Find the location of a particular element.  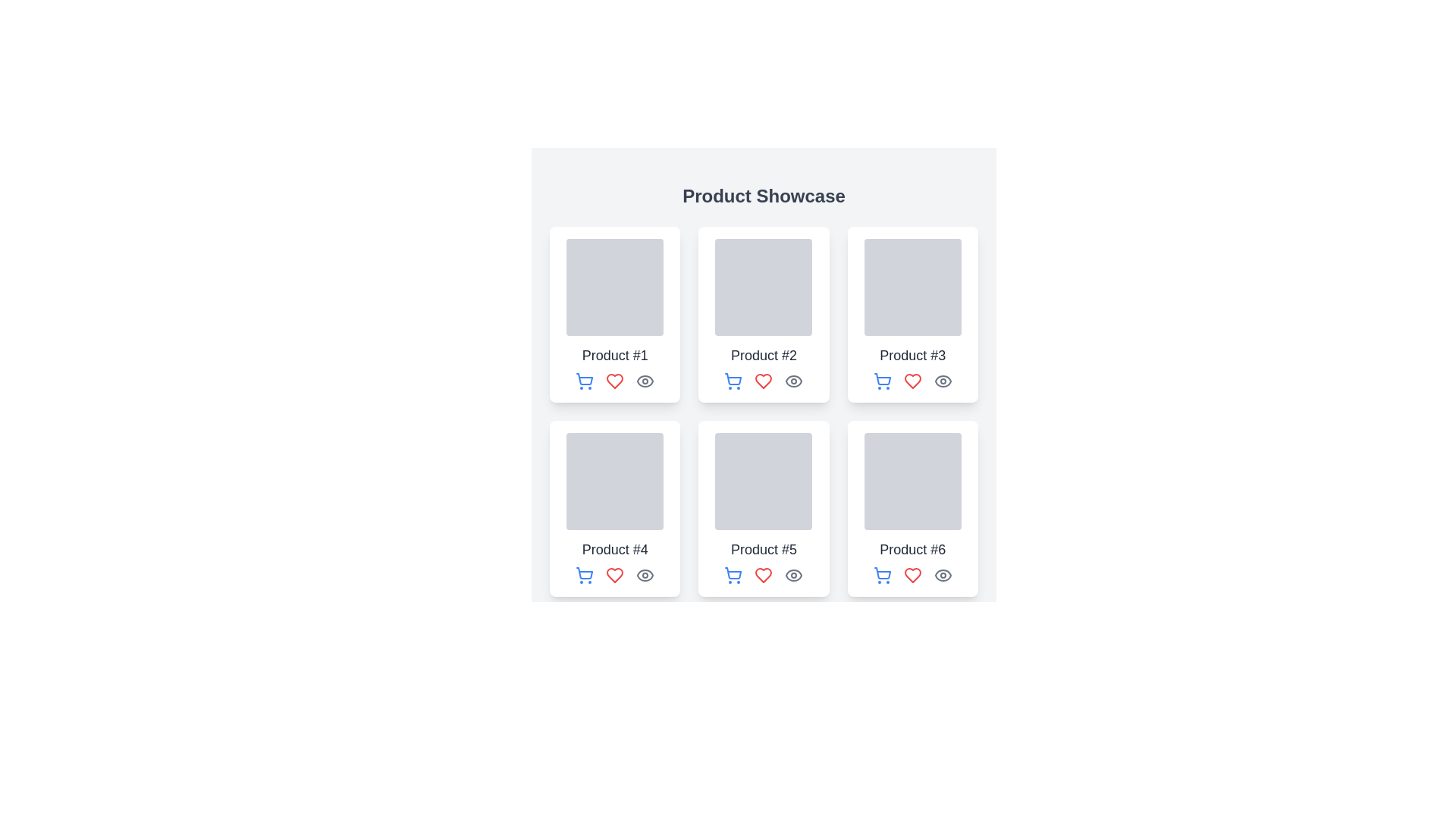

text 'Product #6' displayed in the bottom-right panel of the product cards grid, specifically in the third column and second row, below the image placeholder is located at coordinates (912, 550).